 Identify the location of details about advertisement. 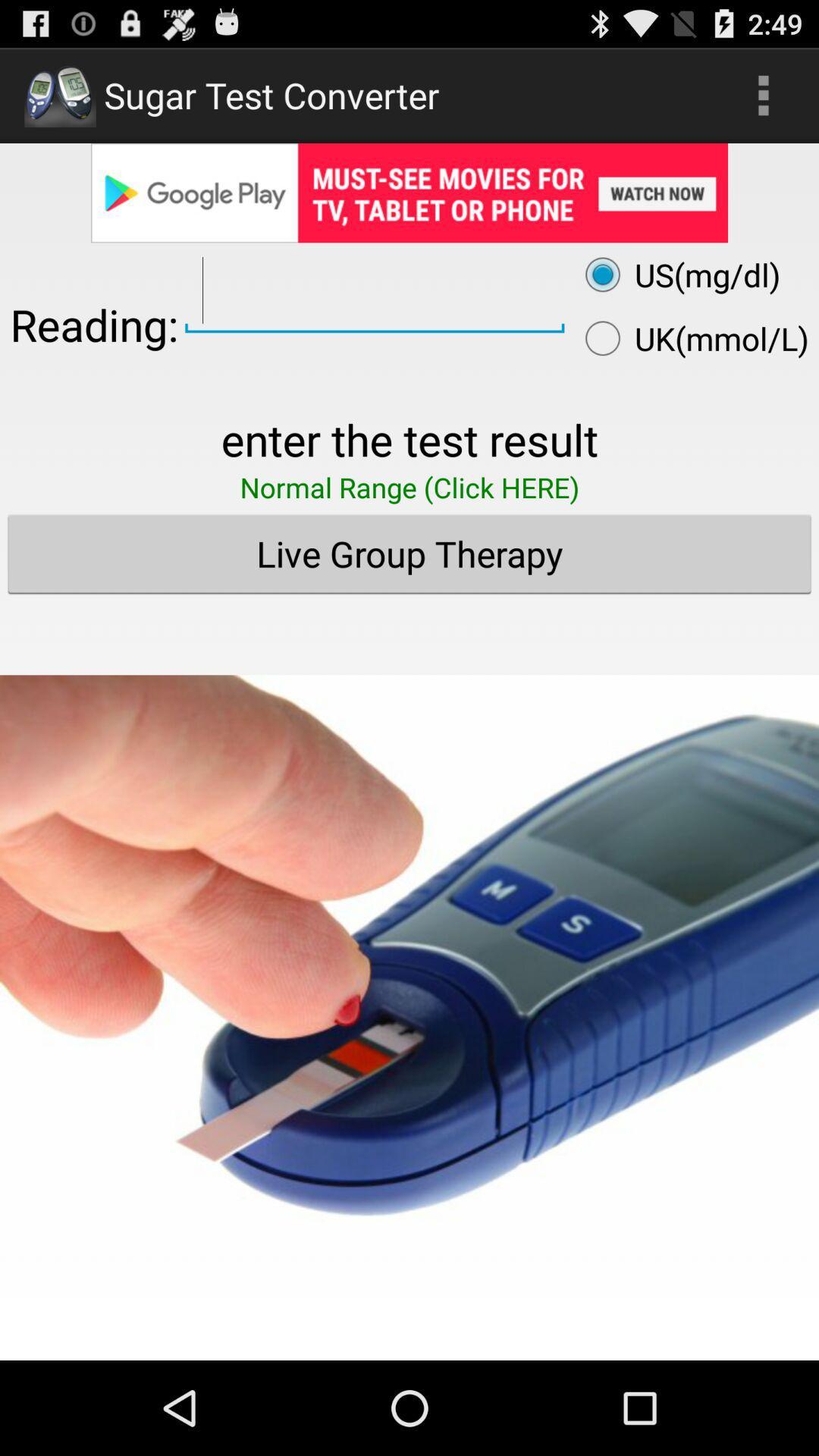
(409, 192).